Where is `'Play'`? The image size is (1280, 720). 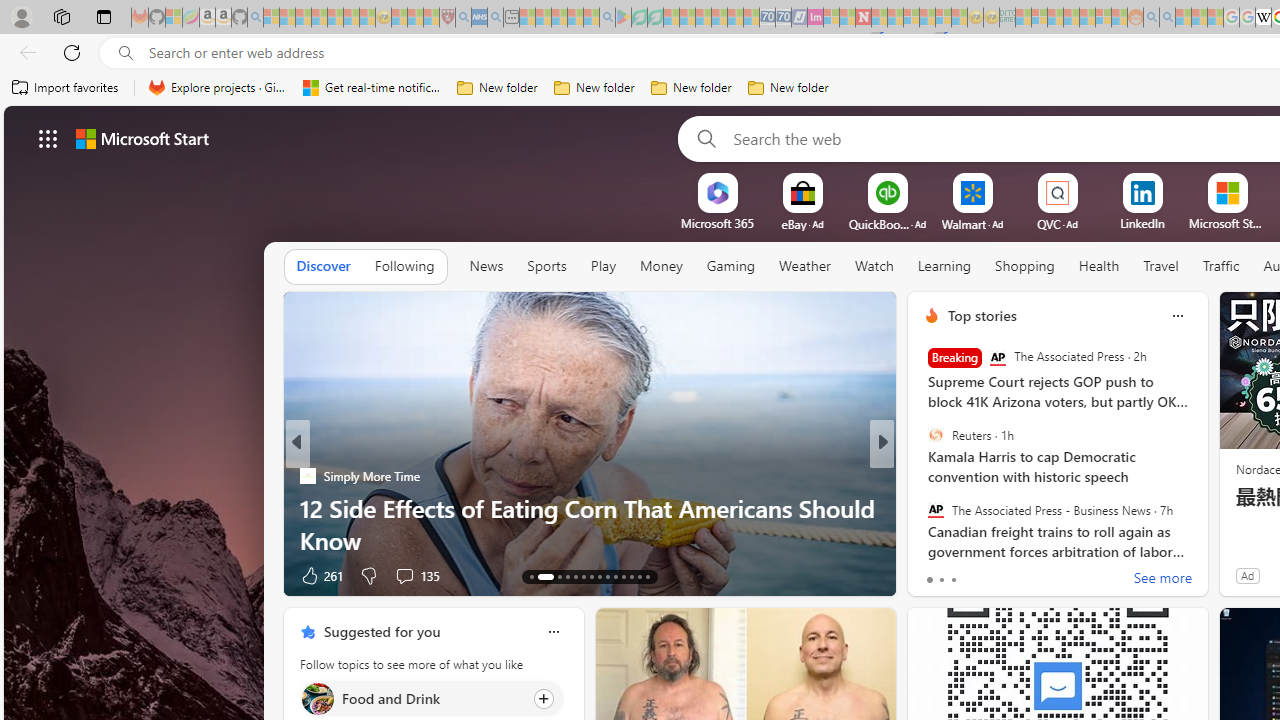
'Play' is located at coordinates (602, 266).